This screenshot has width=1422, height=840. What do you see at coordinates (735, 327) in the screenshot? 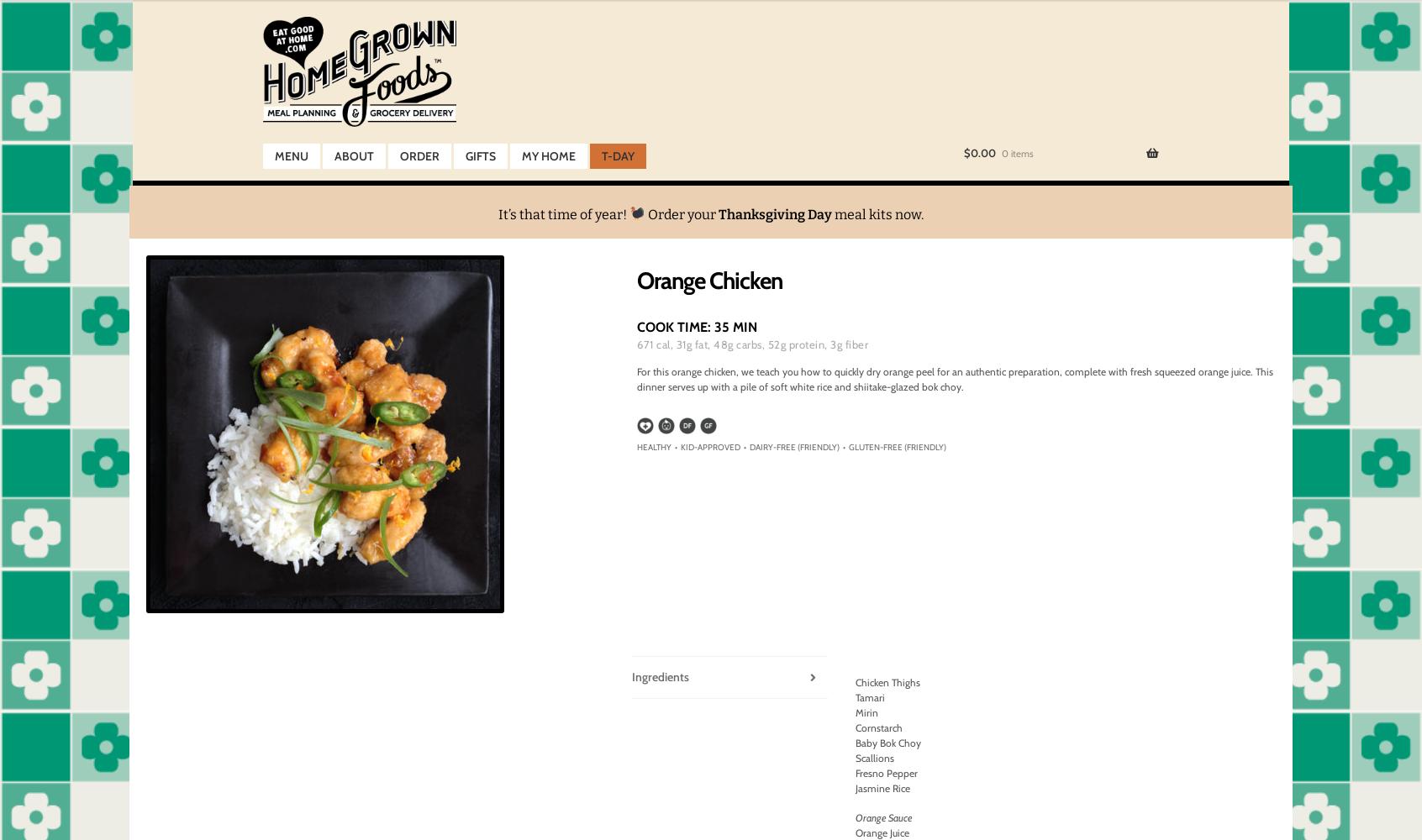
I see `'35 min'` at bounding box center [735, 327].